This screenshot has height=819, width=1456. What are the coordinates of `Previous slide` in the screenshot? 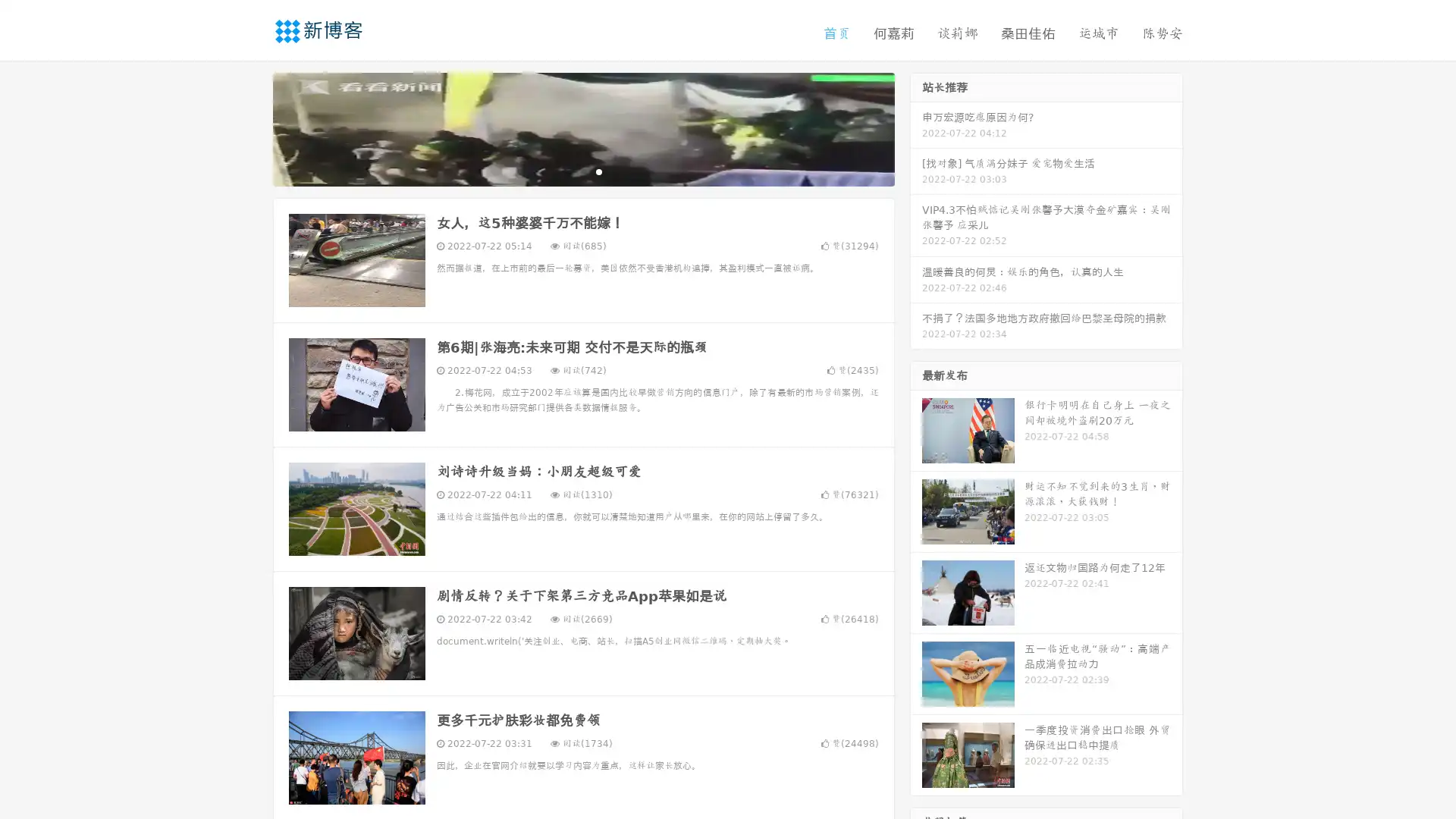 It's located at (250, 127).